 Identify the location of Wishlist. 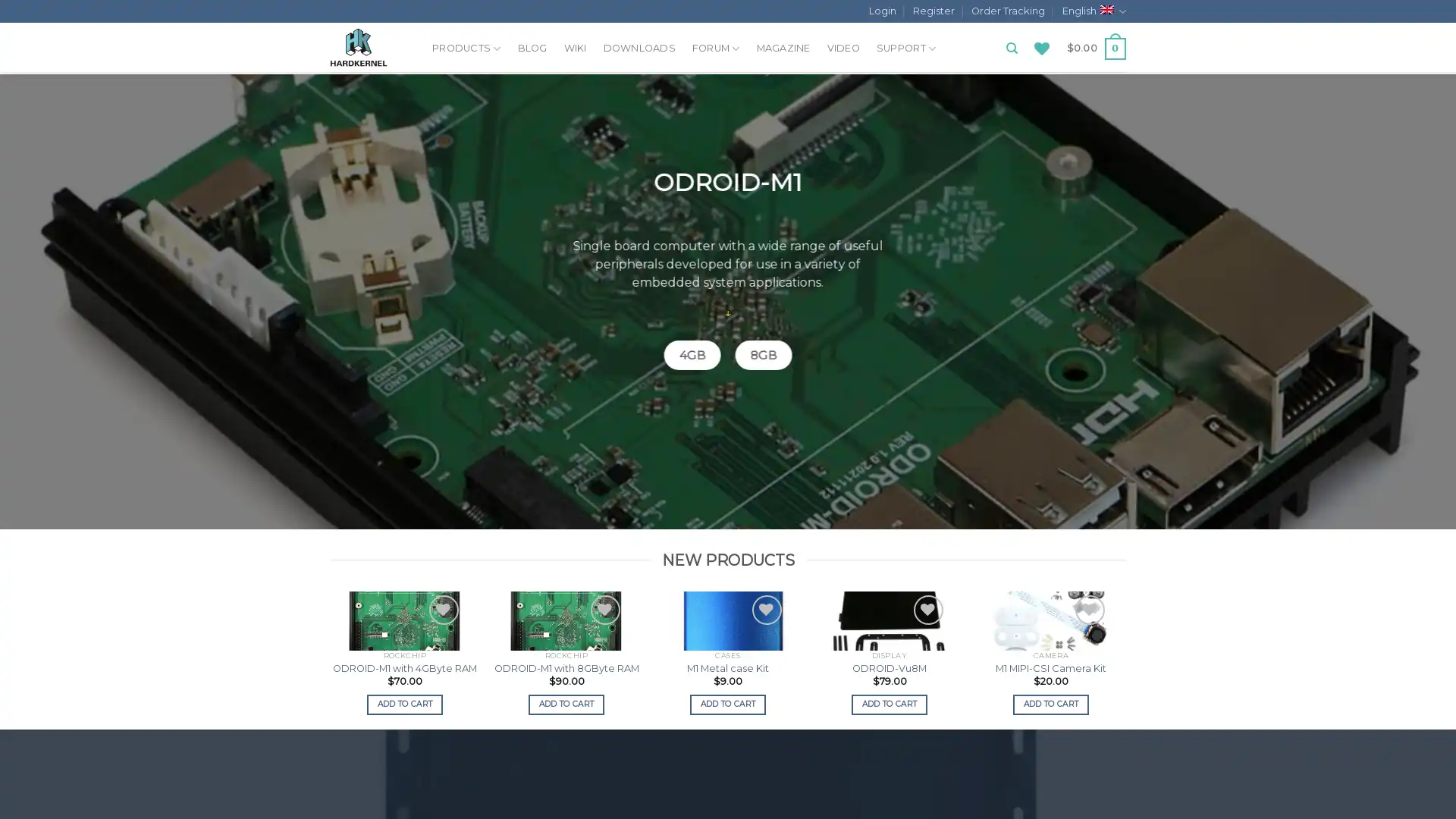
(442, 609).